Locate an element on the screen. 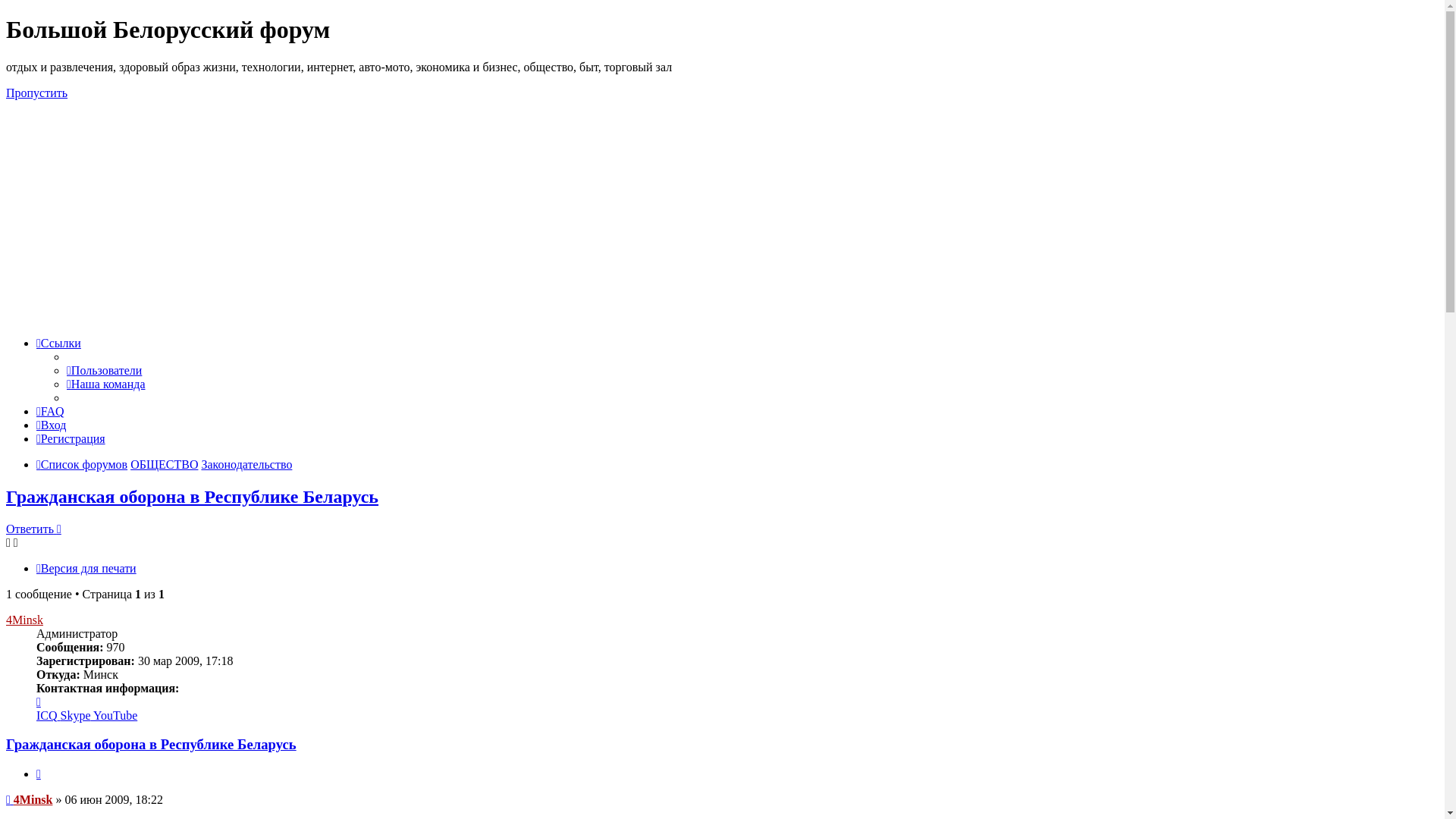 This screenshot has width=1456, height=819. 'FAQ' is located at coordinates (36, 411).